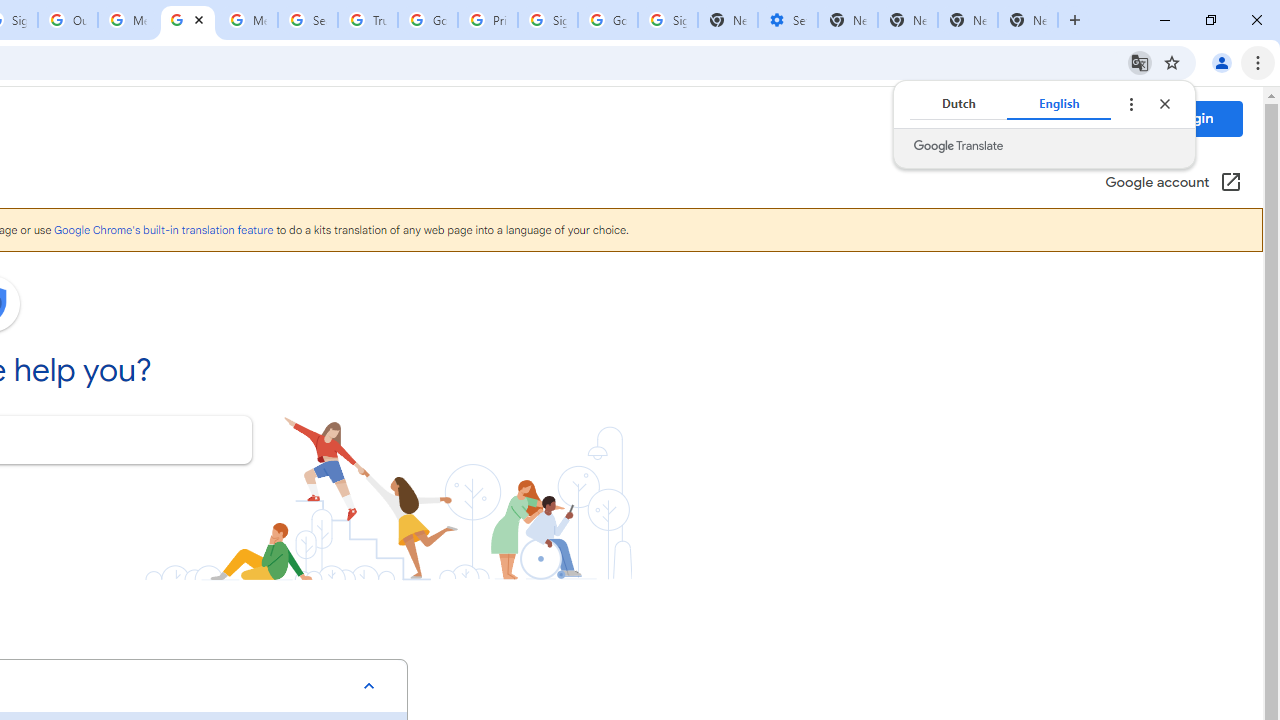 This screenshot has width=1280, height=720. What do you see at coordinates (1058, 104) in the screenshot?
I see `'English'` at bounding box center [1058, 104].